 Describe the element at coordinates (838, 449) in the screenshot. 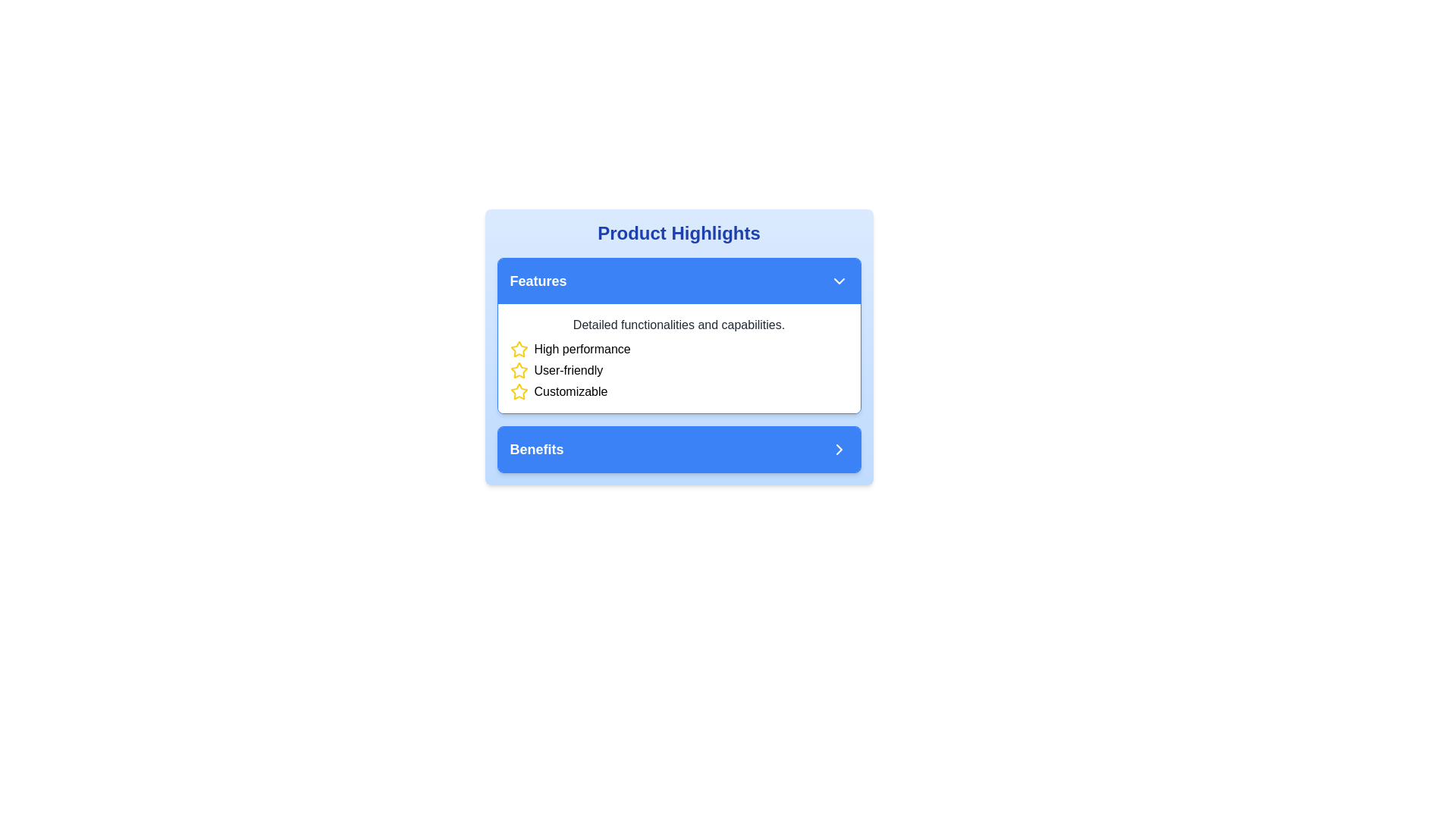

I see `the Chevron icon located at the top-right corner of the 'Benefits' section` at that location.